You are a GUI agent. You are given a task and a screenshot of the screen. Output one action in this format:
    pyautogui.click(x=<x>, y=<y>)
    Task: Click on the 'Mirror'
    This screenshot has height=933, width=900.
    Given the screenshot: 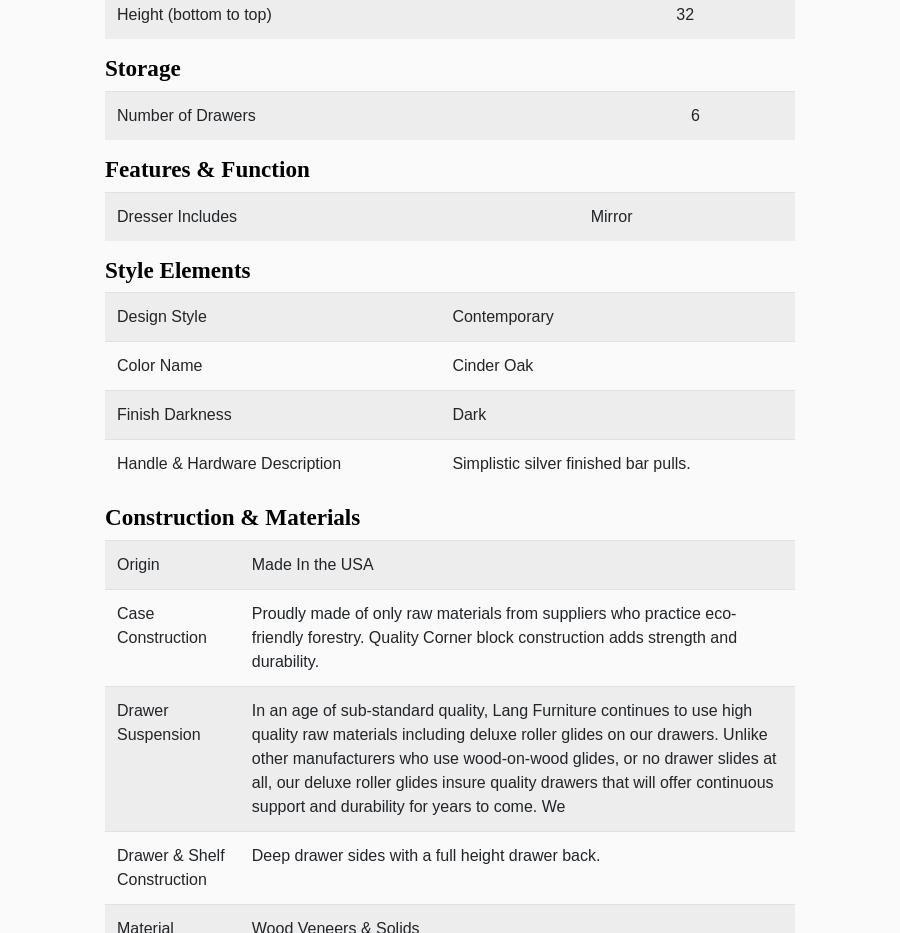 What is the action you would take?
    pyautogui.click(x=611, y=214)
    